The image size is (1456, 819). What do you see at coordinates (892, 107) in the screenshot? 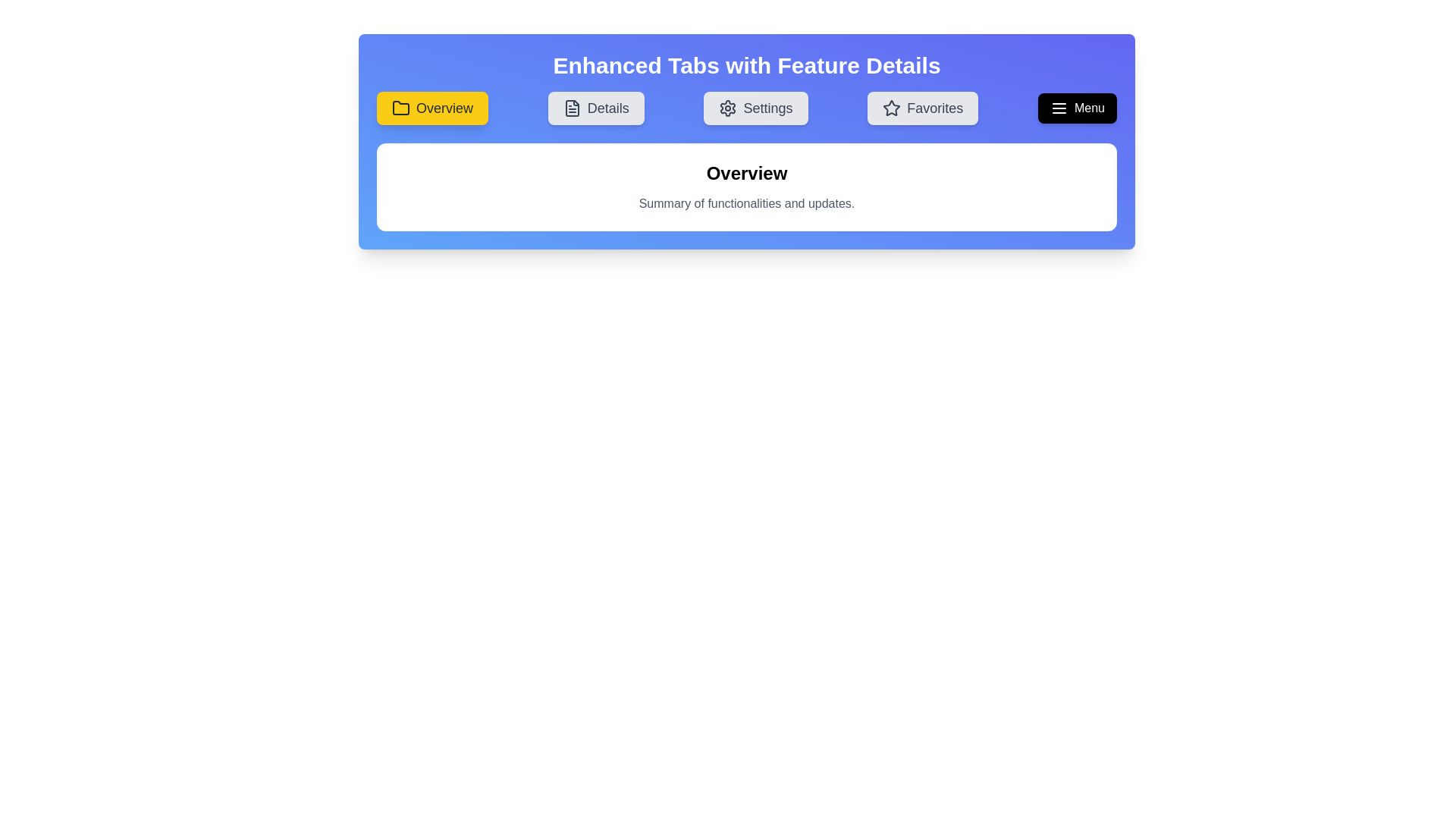
I see `the 'Favorites' tab icon located in the top navigation bar, slightly to the right of the 'Settings' button` at bounding box center [892, 107].